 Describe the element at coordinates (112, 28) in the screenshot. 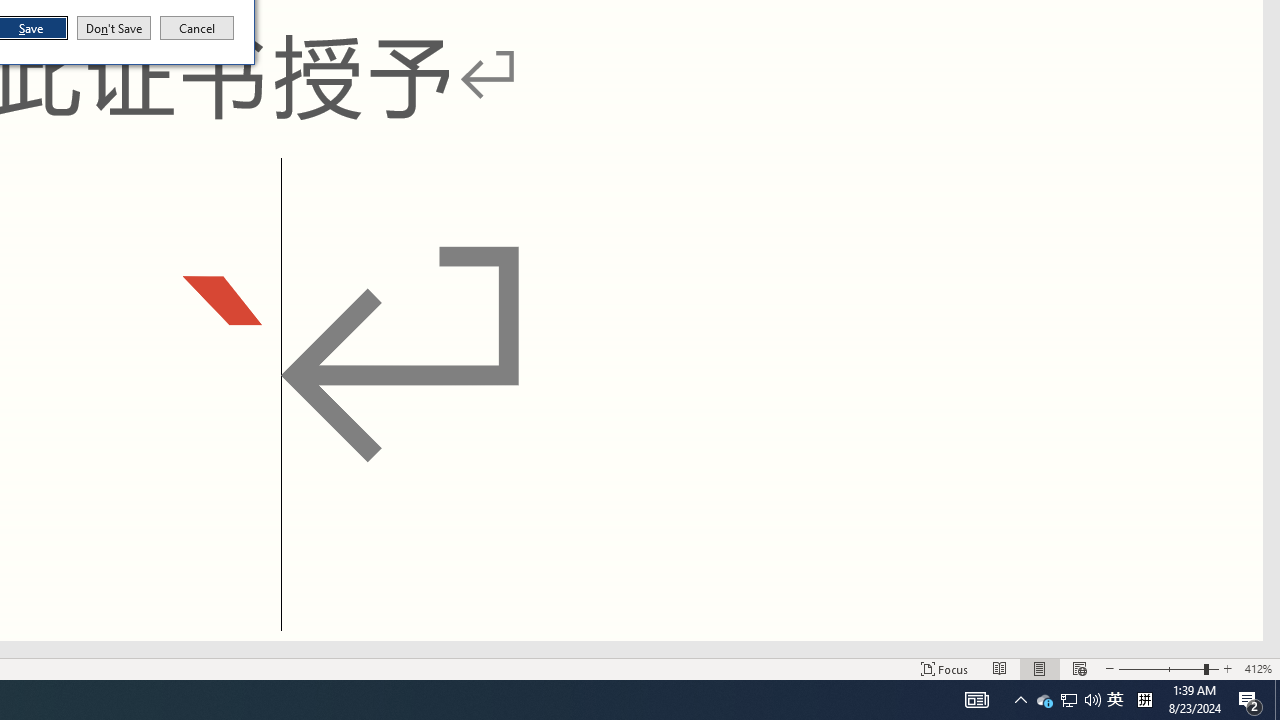

I see `'Don'` at that location.